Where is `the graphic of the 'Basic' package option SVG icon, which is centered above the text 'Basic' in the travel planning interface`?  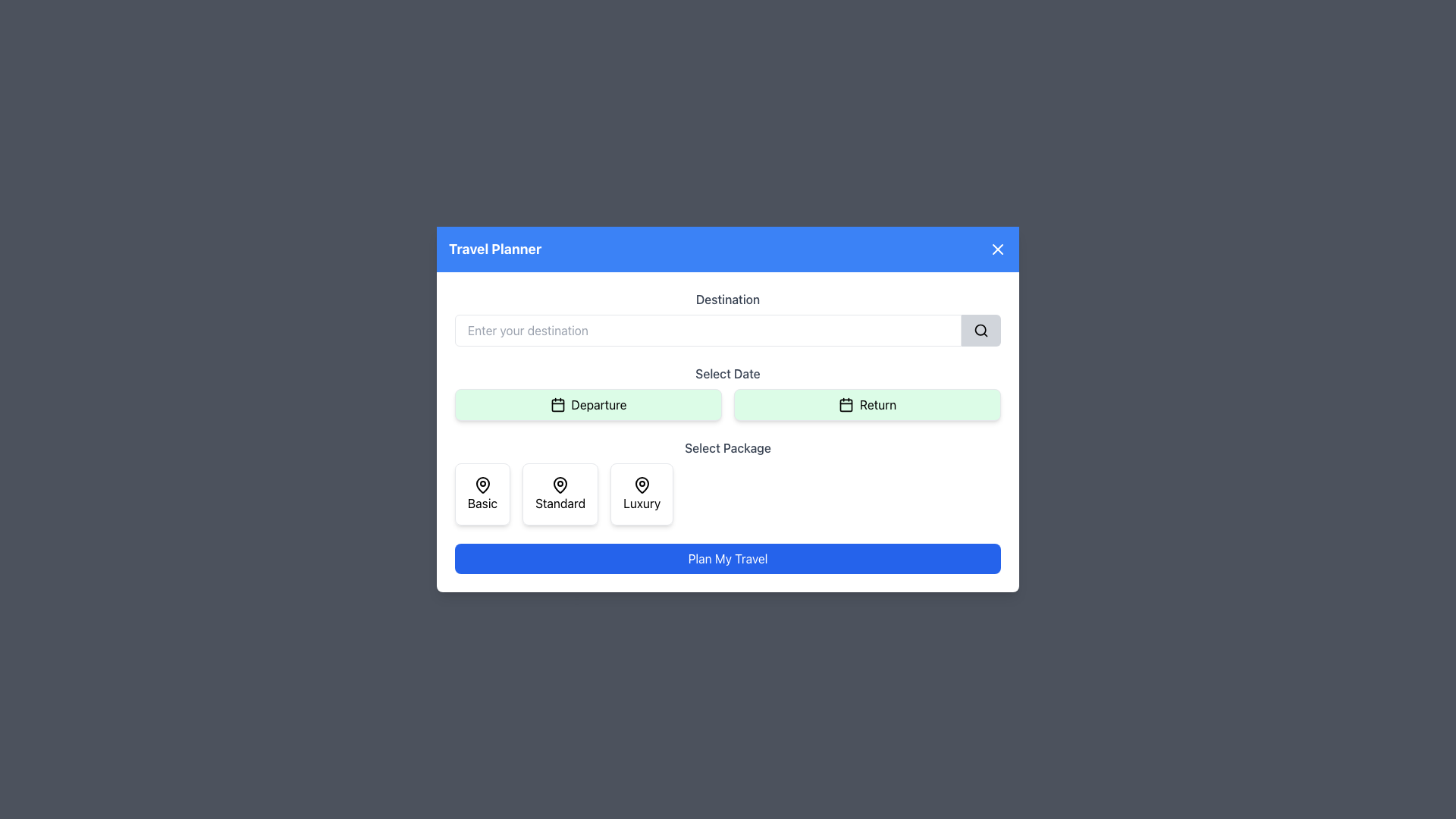
the graphic of the 'Basic' package option SVG icon, which is centered above the text 'Basic' in the travel planning interface is located at coordinates (482, 485).